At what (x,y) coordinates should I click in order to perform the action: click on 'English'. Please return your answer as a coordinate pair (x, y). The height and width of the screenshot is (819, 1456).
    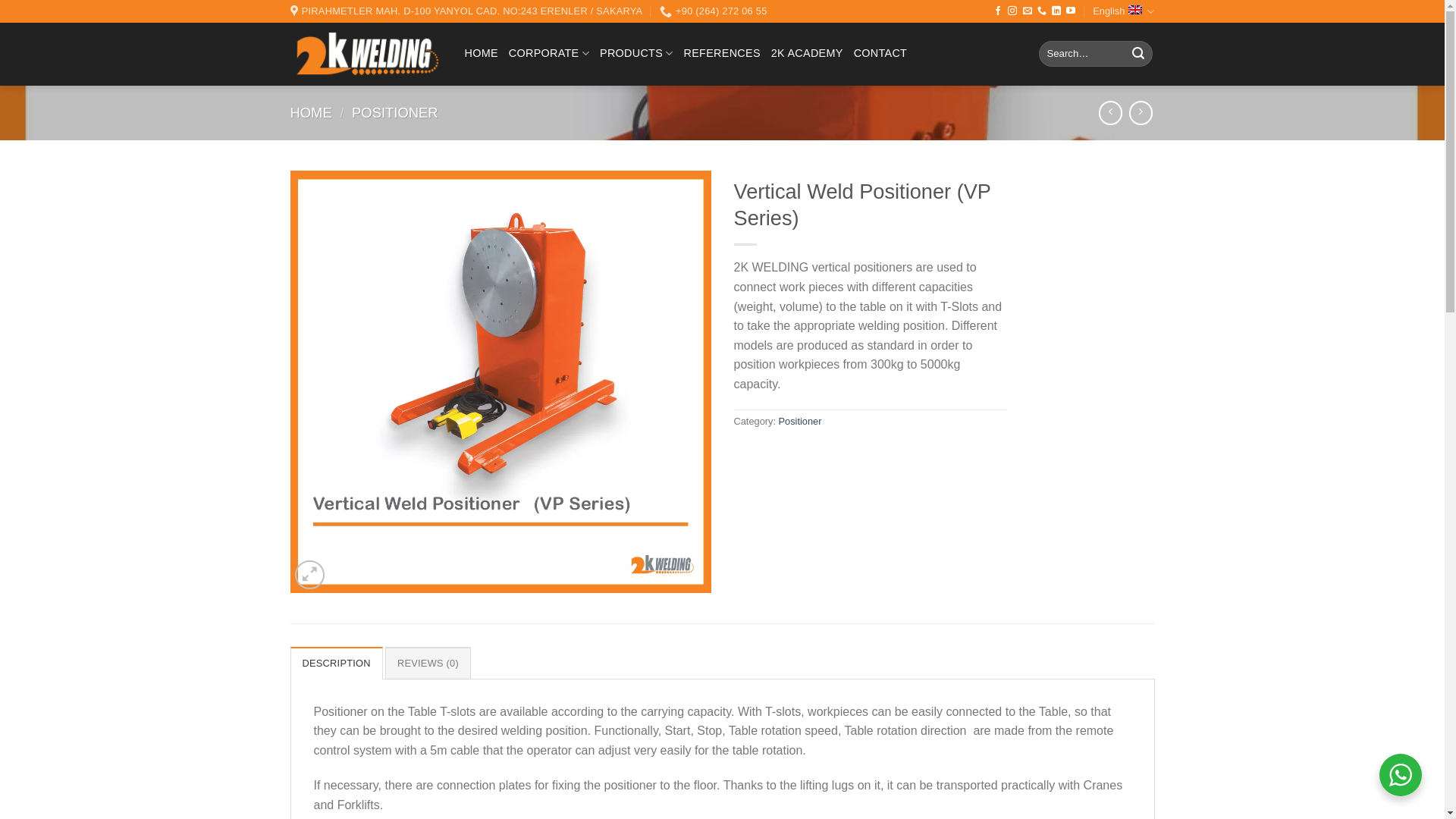
    Looking at the image, I should click on (1092, 11).